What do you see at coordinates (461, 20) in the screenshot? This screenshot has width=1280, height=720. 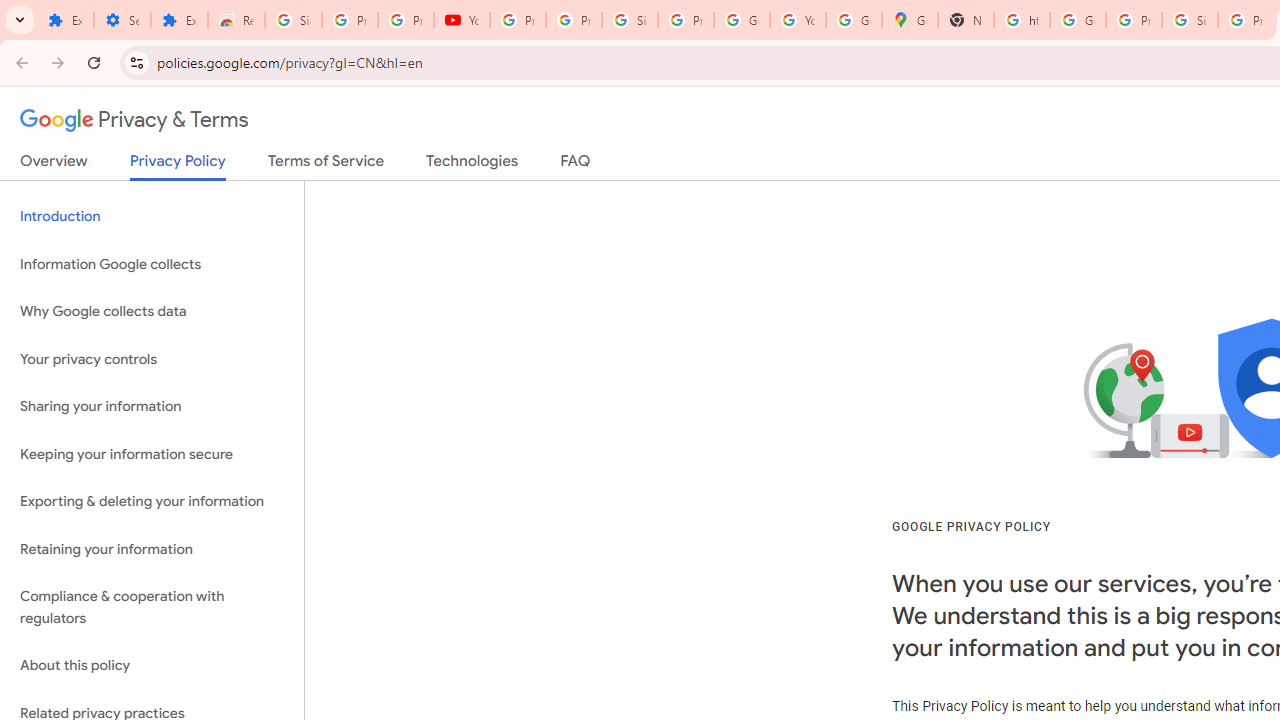 I see `'YouTube'` at bounding box center [461, 20].